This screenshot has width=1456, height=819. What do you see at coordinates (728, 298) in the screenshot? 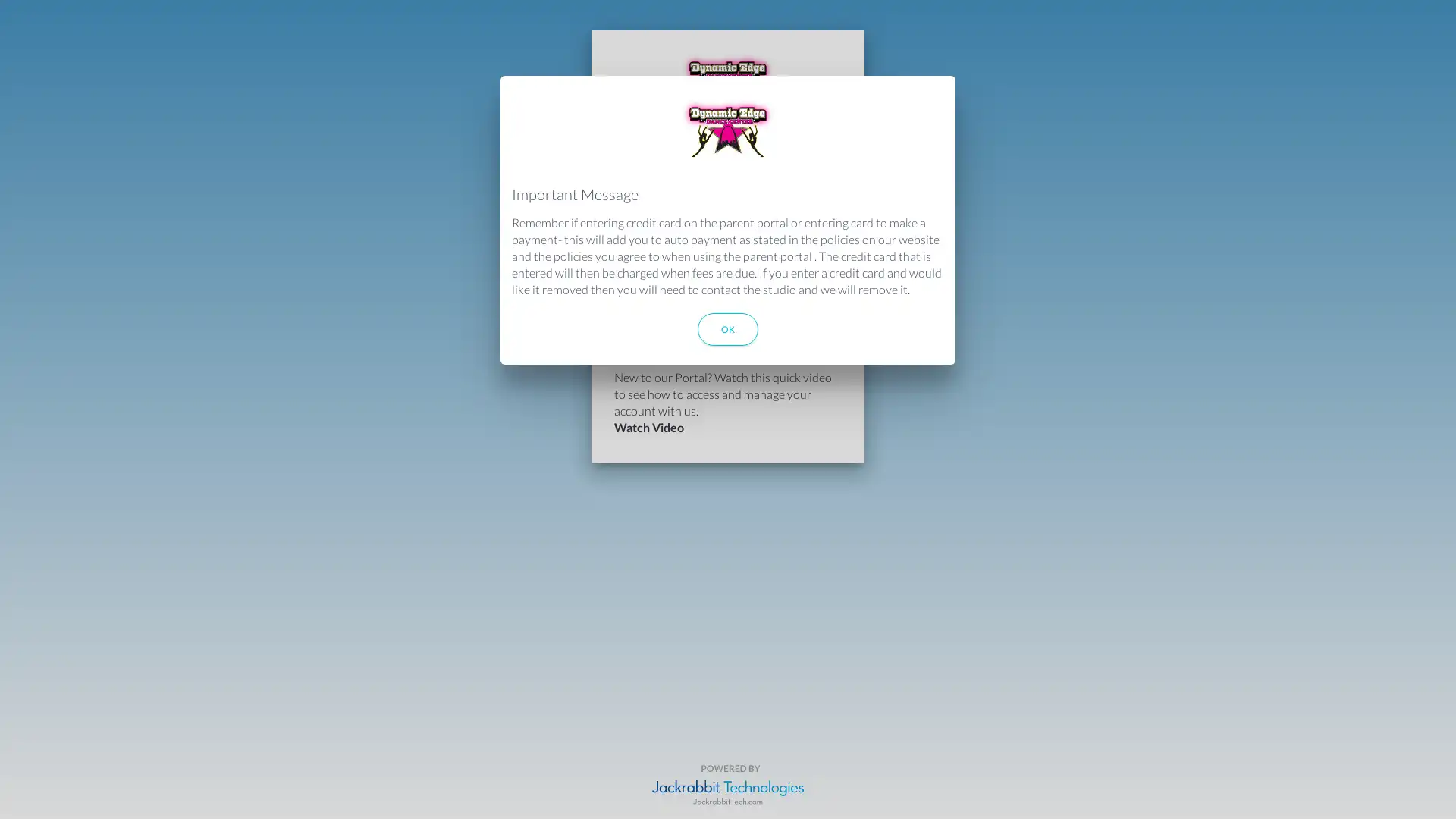
I see `SIGN IN` at bounding box center [728, 298].